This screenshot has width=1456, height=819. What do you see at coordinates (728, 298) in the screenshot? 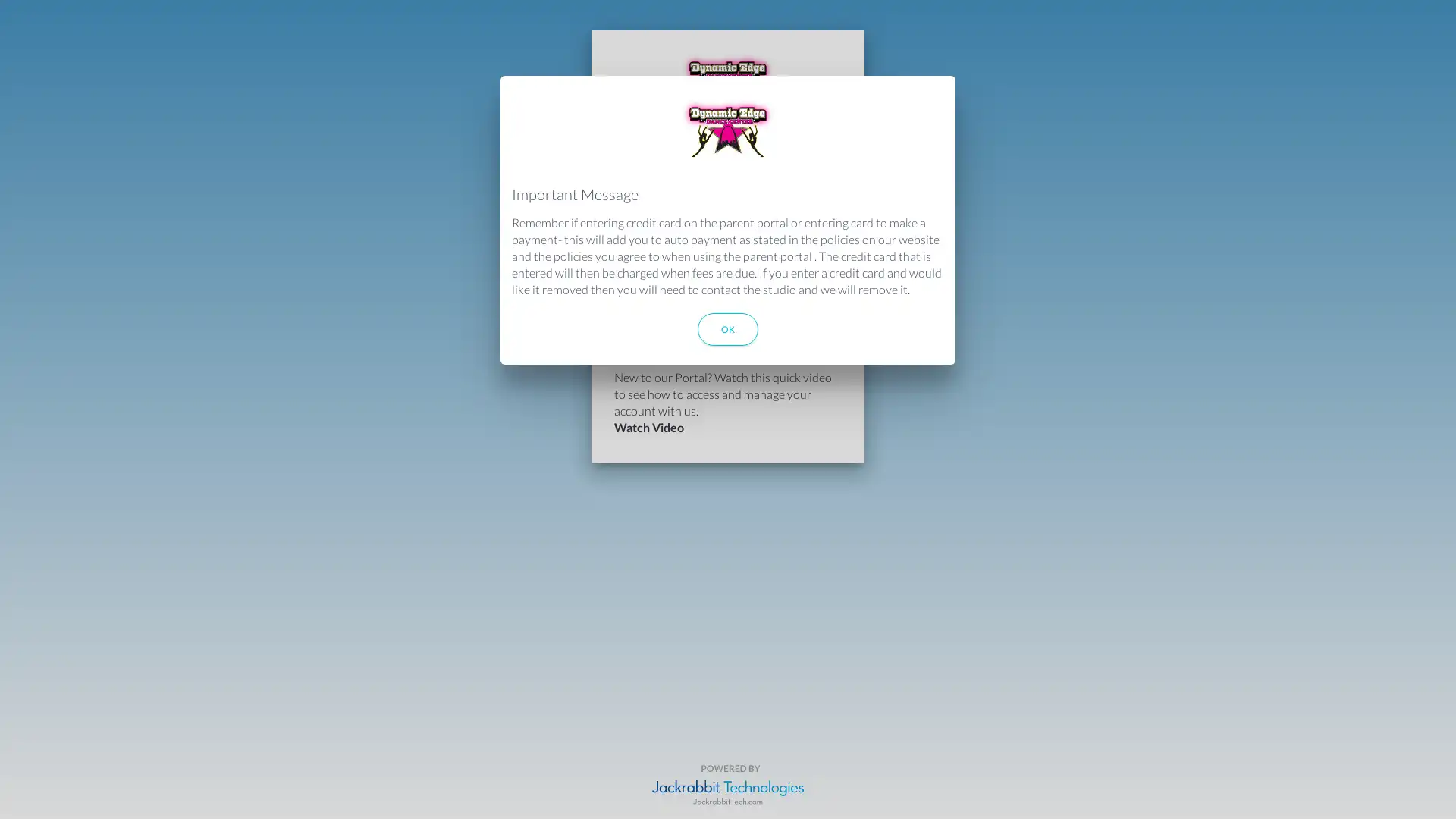
I see `SIGN IN` at bounding box center [728, 298].